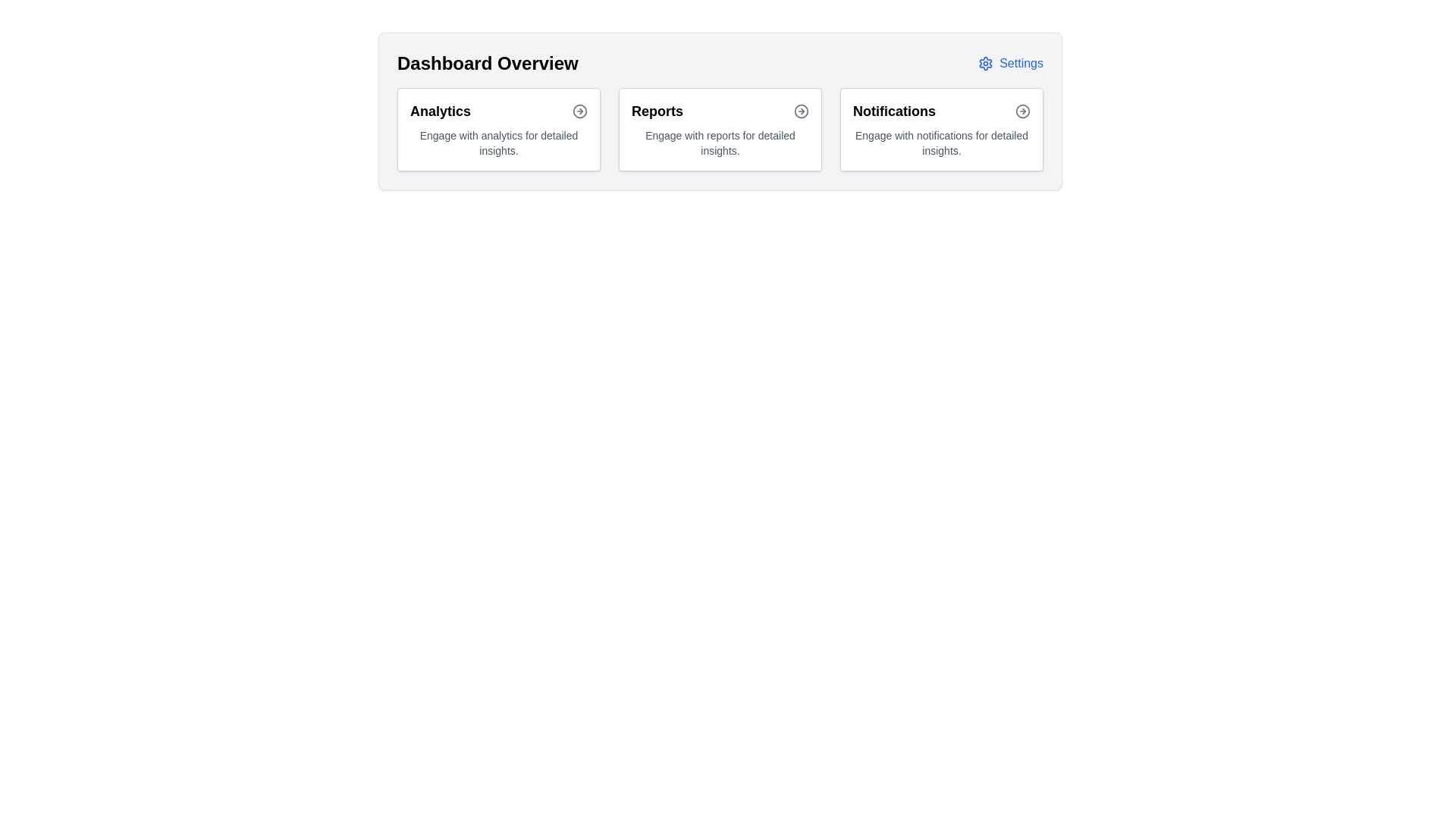 The image size is (1456, 819). What do you see at coordinates (720, 128) in the screenshot?
I see `the second informational card in the grid` at bounding box center [720, 128].